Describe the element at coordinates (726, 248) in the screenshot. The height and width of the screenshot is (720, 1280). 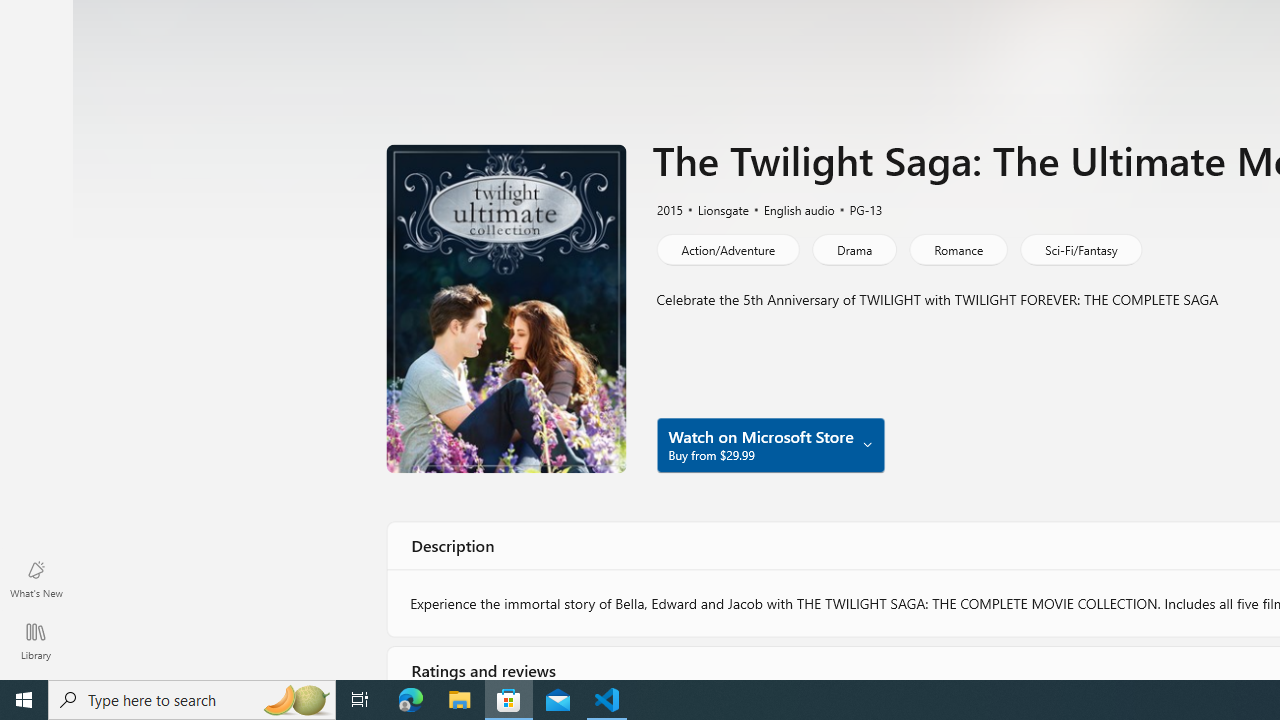
I see `'Action/Adventure'` at that location.